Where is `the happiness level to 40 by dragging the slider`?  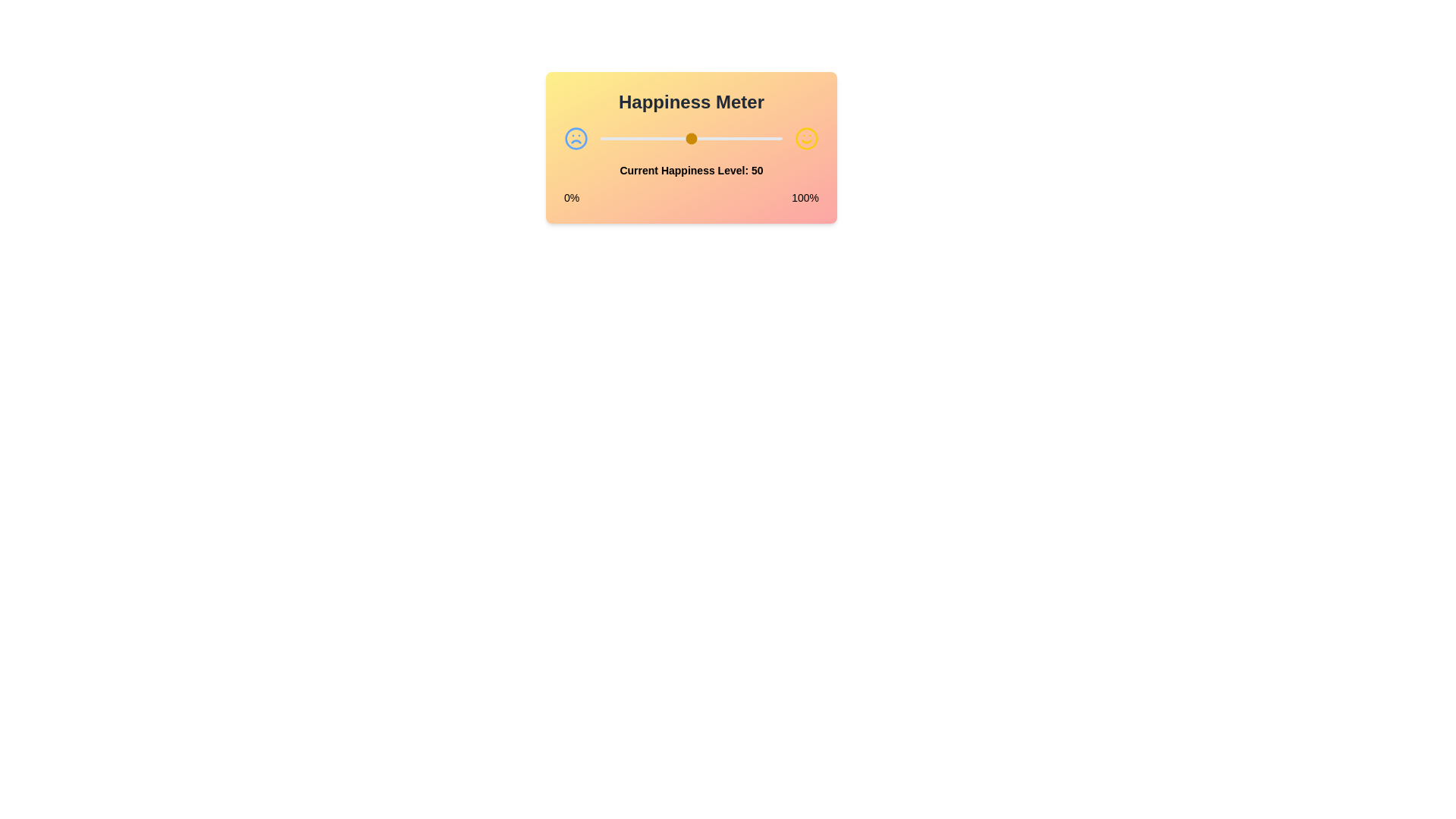 the happiness level to 40 by dragging the slider is located at coordinates (673, 138).